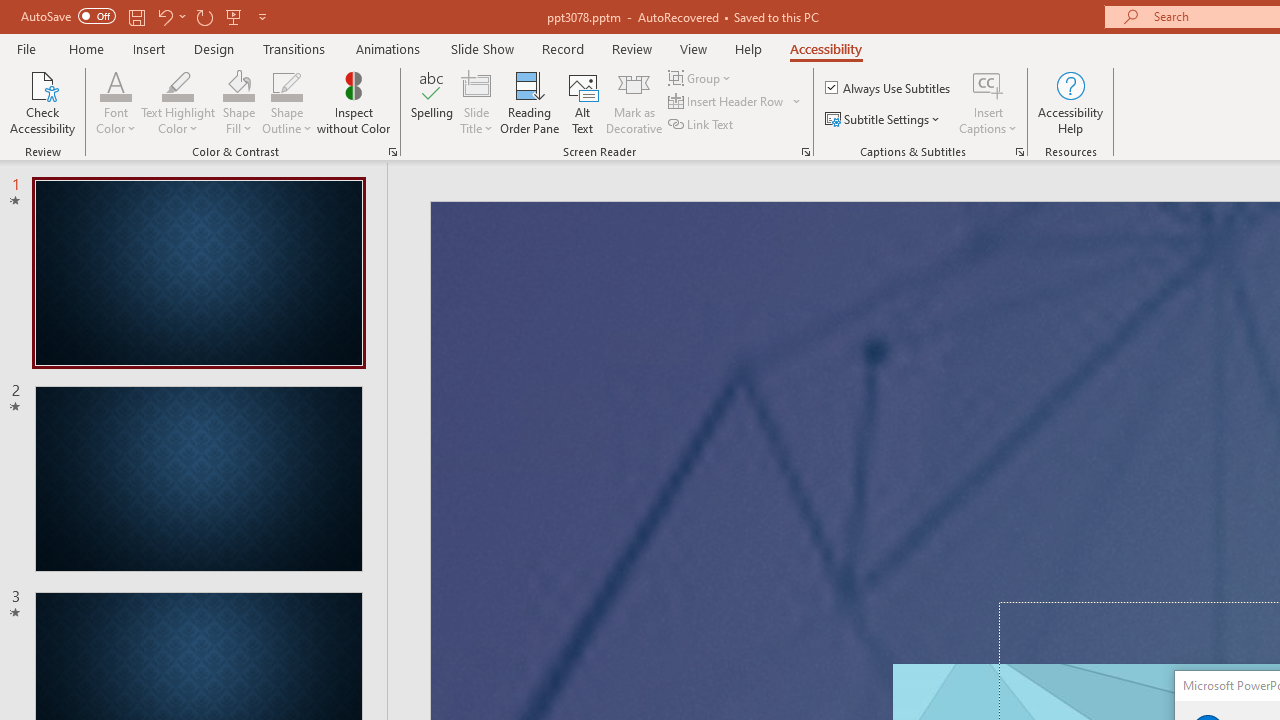 The width and height of the screenshot is (1280, 720). What do you see at coordinates (1020, 150) in the screenshot?
I see `'Captions & Subtitles'` at bounding box center [1020, 150].